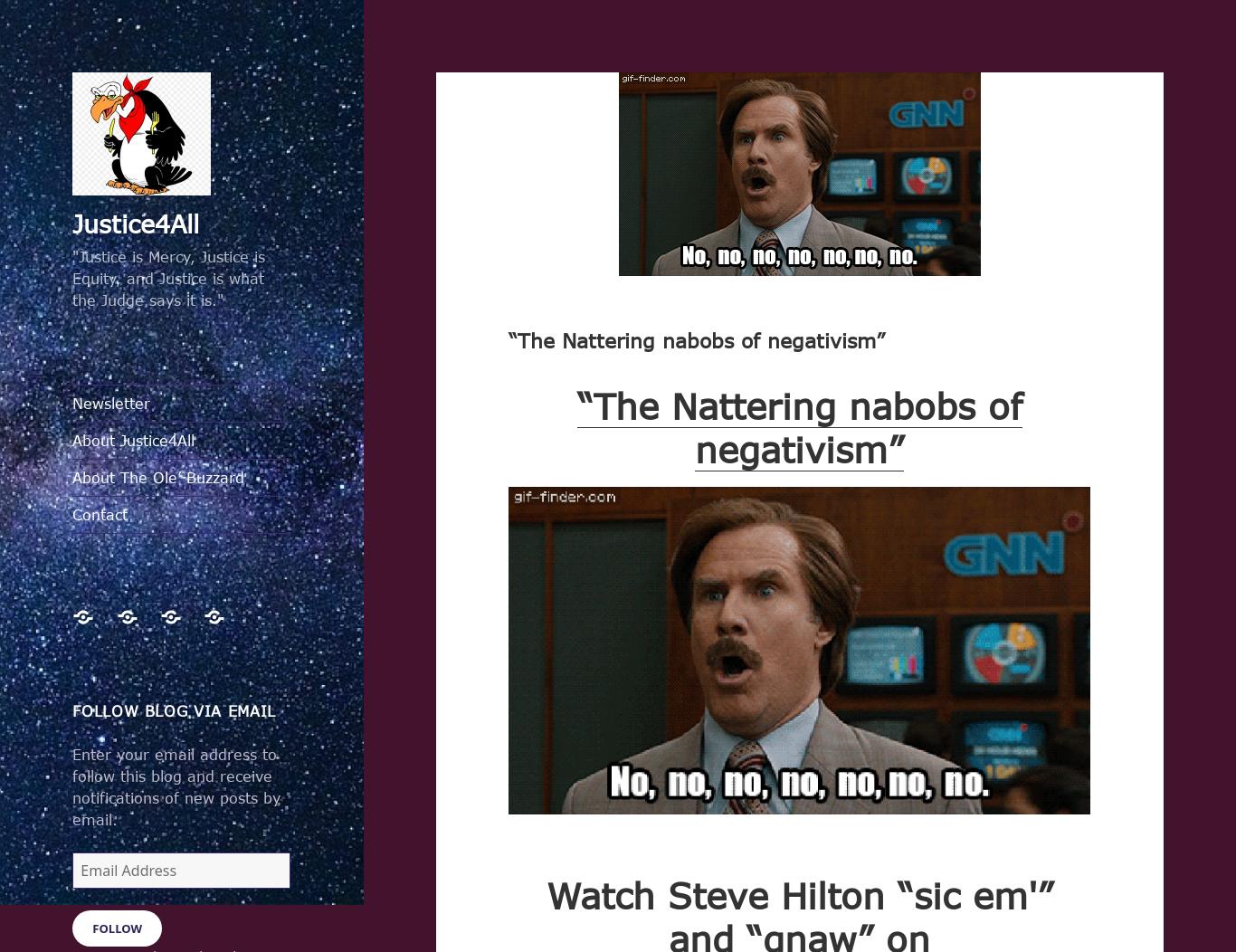  What do you see at coordinates (100, 513) in the screenshot?
I see `'Contact'` at bounding box center [100, 513].